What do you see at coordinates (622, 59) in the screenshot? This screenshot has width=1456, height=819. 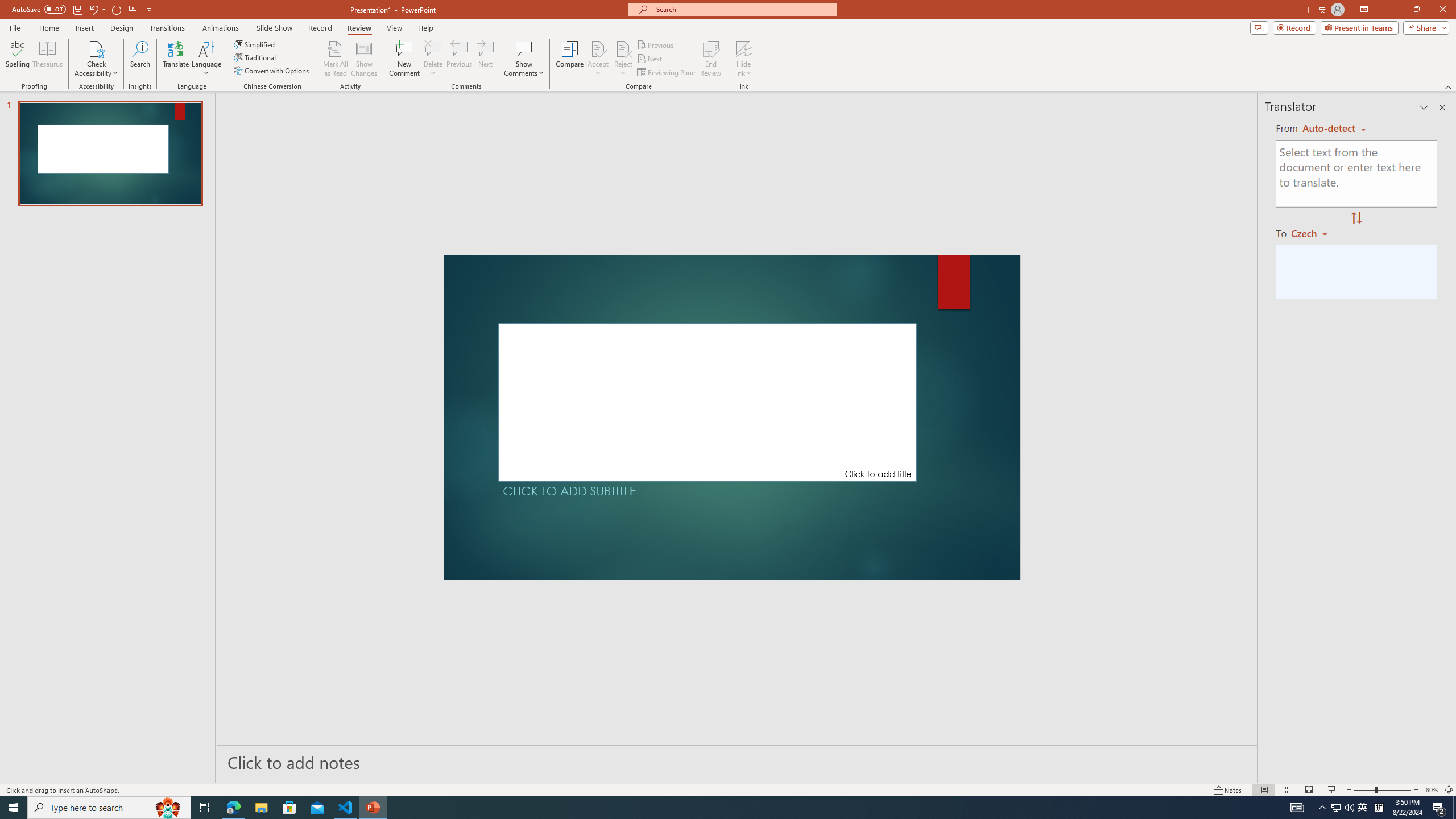 I see `'Reject'` at bounding box center [622, 59].